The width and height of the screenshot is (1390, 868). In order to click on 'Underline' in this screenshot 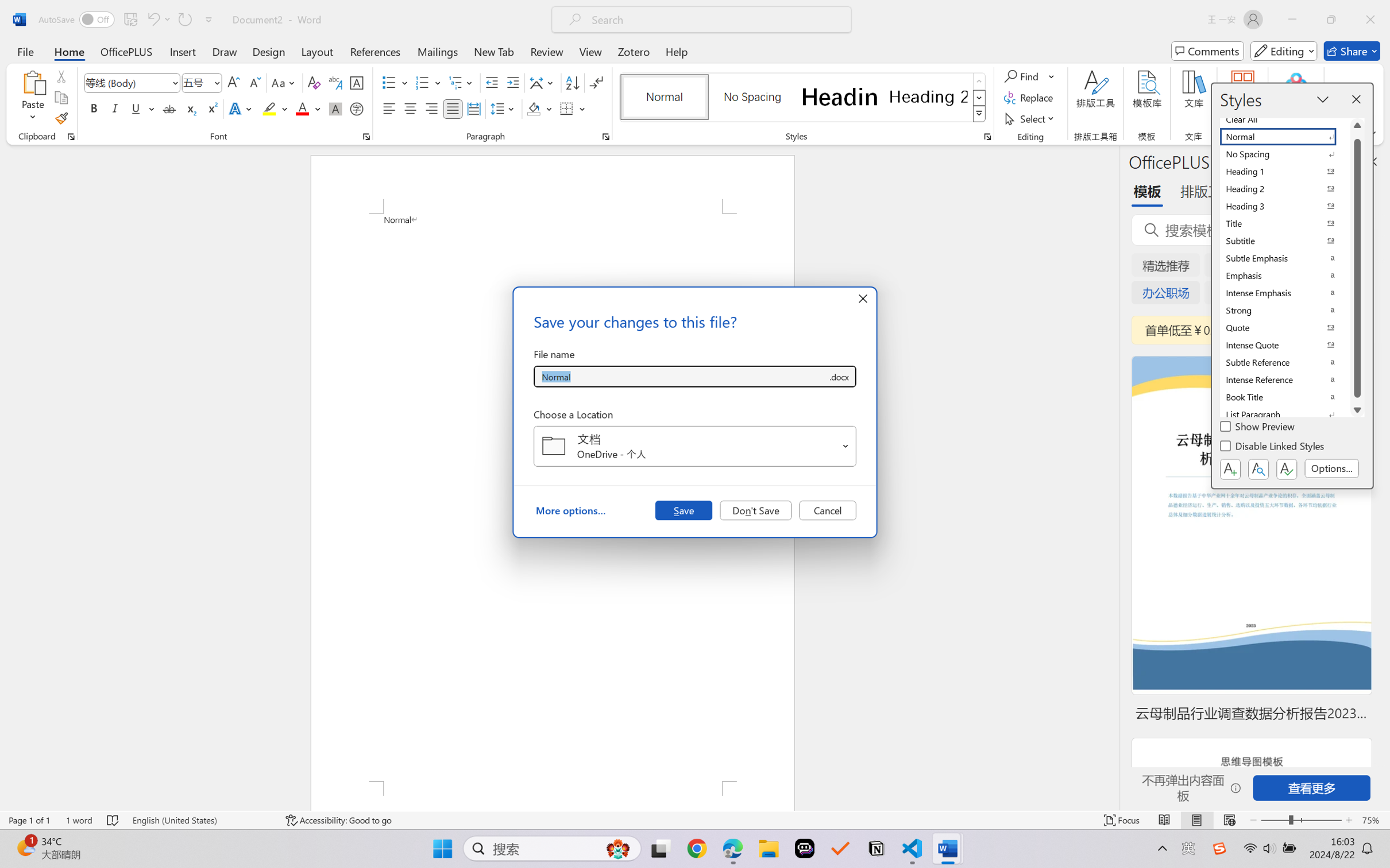, I will do `click(142, 108)`.